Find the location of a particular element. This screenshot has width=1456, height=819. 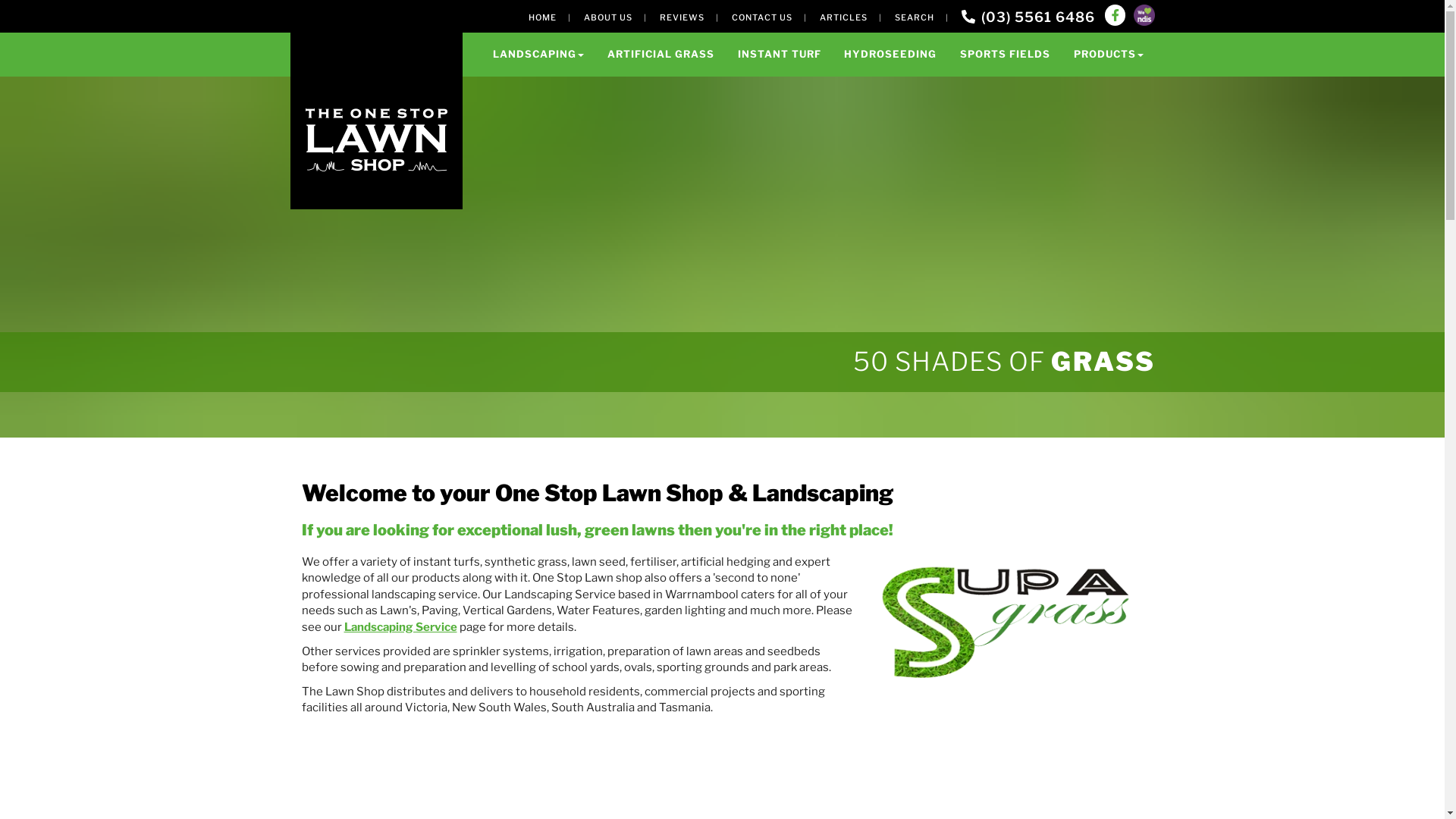

'ABOUT US' is located at coordinates (607, 17).